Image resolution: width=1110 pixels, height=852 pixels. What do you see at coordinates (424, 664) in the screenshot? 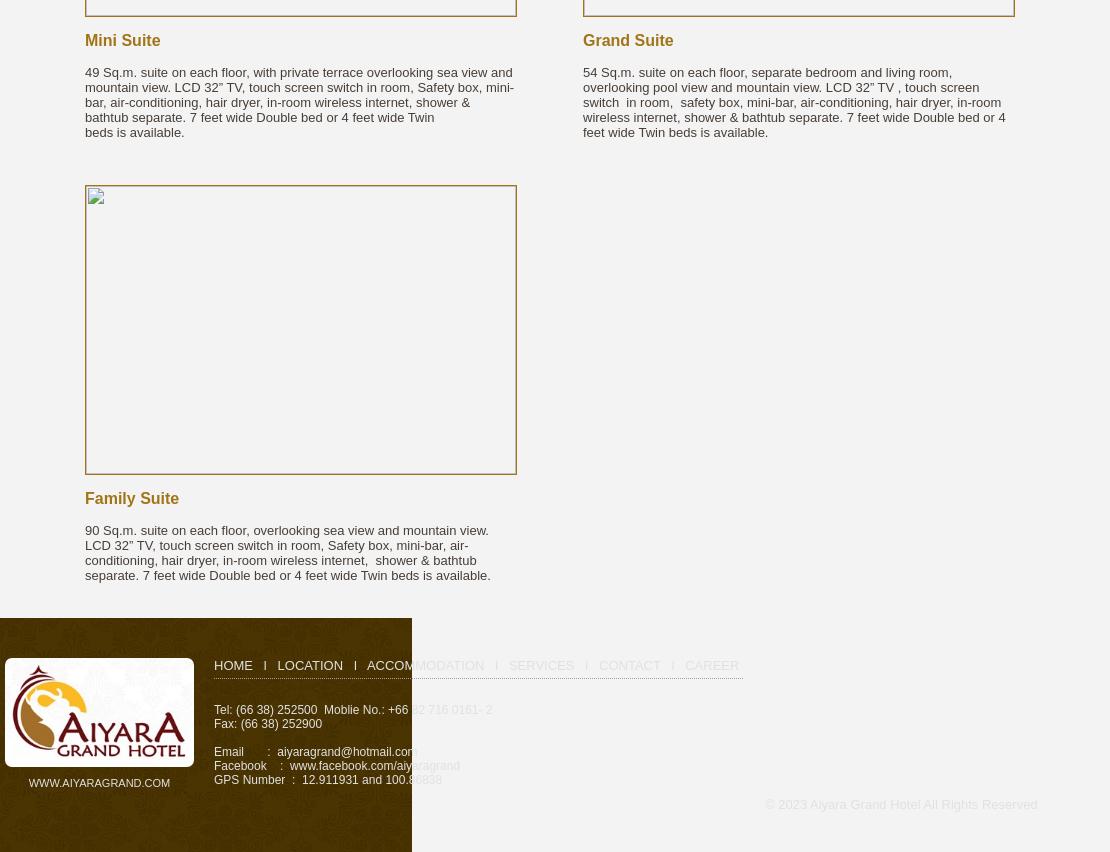
I see `'ACCOMMODATION'` at bounding box center [424, 664].